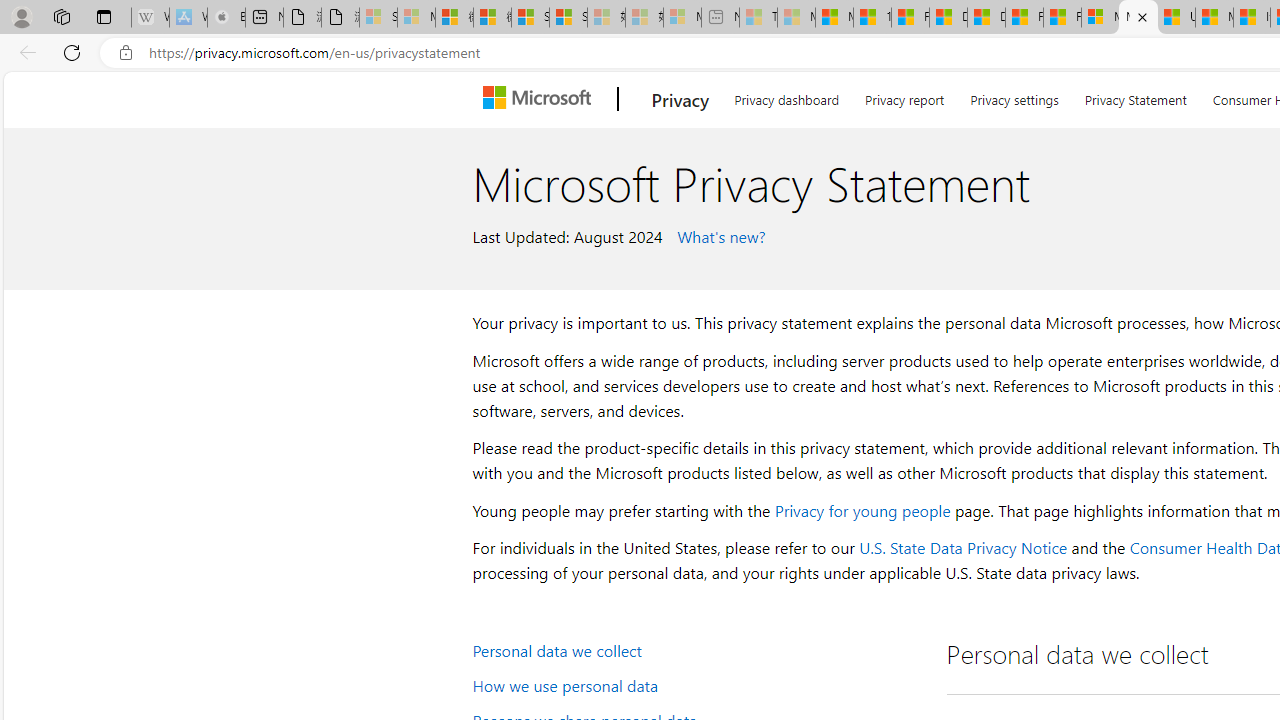  What do you see at coordinates (541, 99) in the screenshot?
I see `'Microsoft'` at bounding box center [541, 99].